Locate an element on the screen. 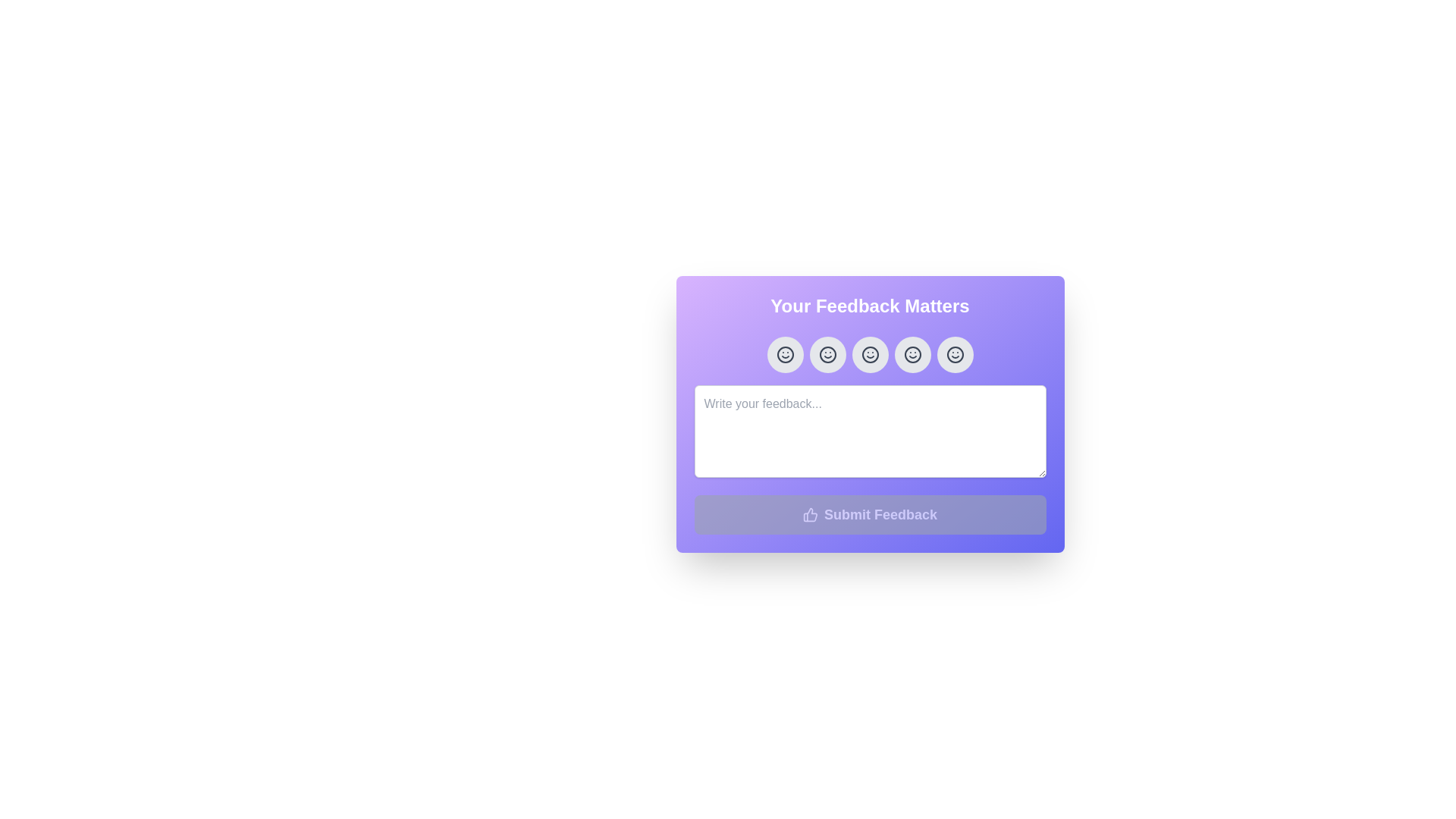 The height and width of the screenshot is (819, 1456). the static text element that serves as the title of the feedback card, located at the top of the feedback interface is located at coordinates (870, 306).